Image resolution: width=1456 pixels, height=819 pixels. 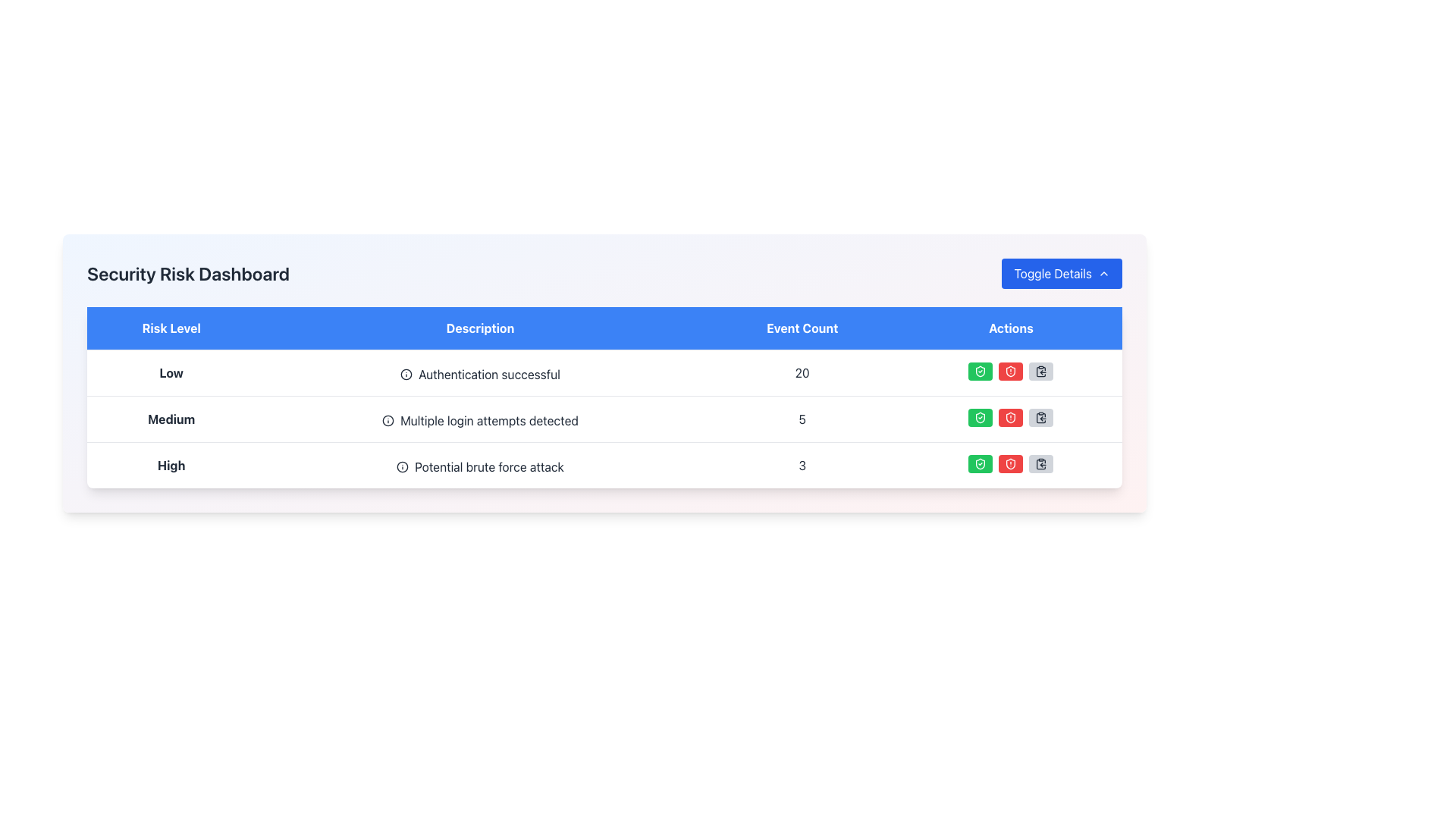 What do you see at coordinates (1040, 418) in the screenshot?
I see `the clipboard-copy icon button located in the rightmost area under the 'Actions' column for the 'High' level row` at bounding box center [1040, 418].